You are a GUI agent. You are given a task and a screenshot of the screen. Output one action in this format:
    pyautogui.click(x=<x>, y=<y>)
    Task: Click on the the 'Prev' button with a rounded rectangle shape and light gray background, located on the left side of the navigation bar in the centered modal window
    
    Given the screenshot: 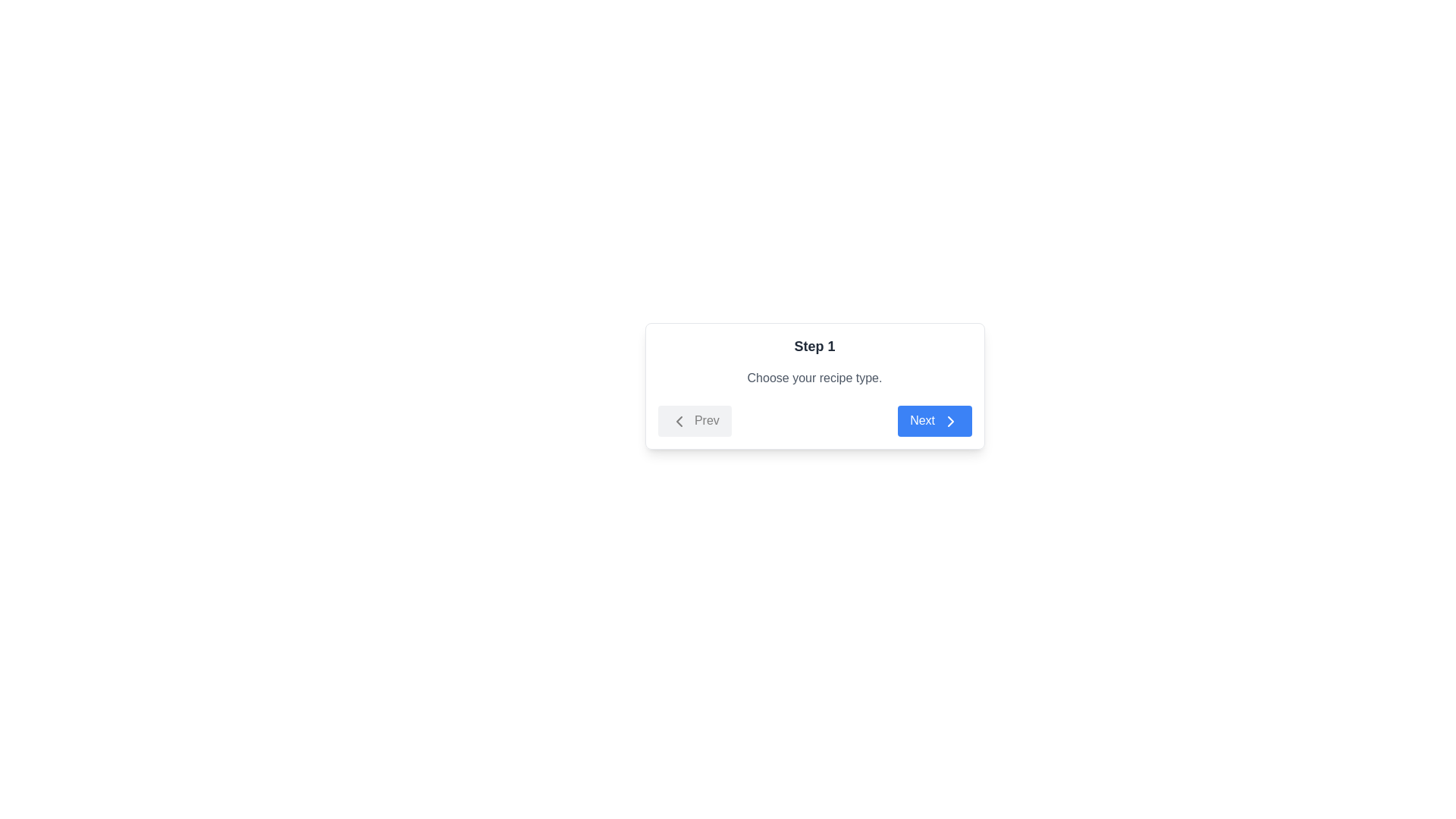 What is the action you would take?
    pyautogui.click(x=694, y=421)
    